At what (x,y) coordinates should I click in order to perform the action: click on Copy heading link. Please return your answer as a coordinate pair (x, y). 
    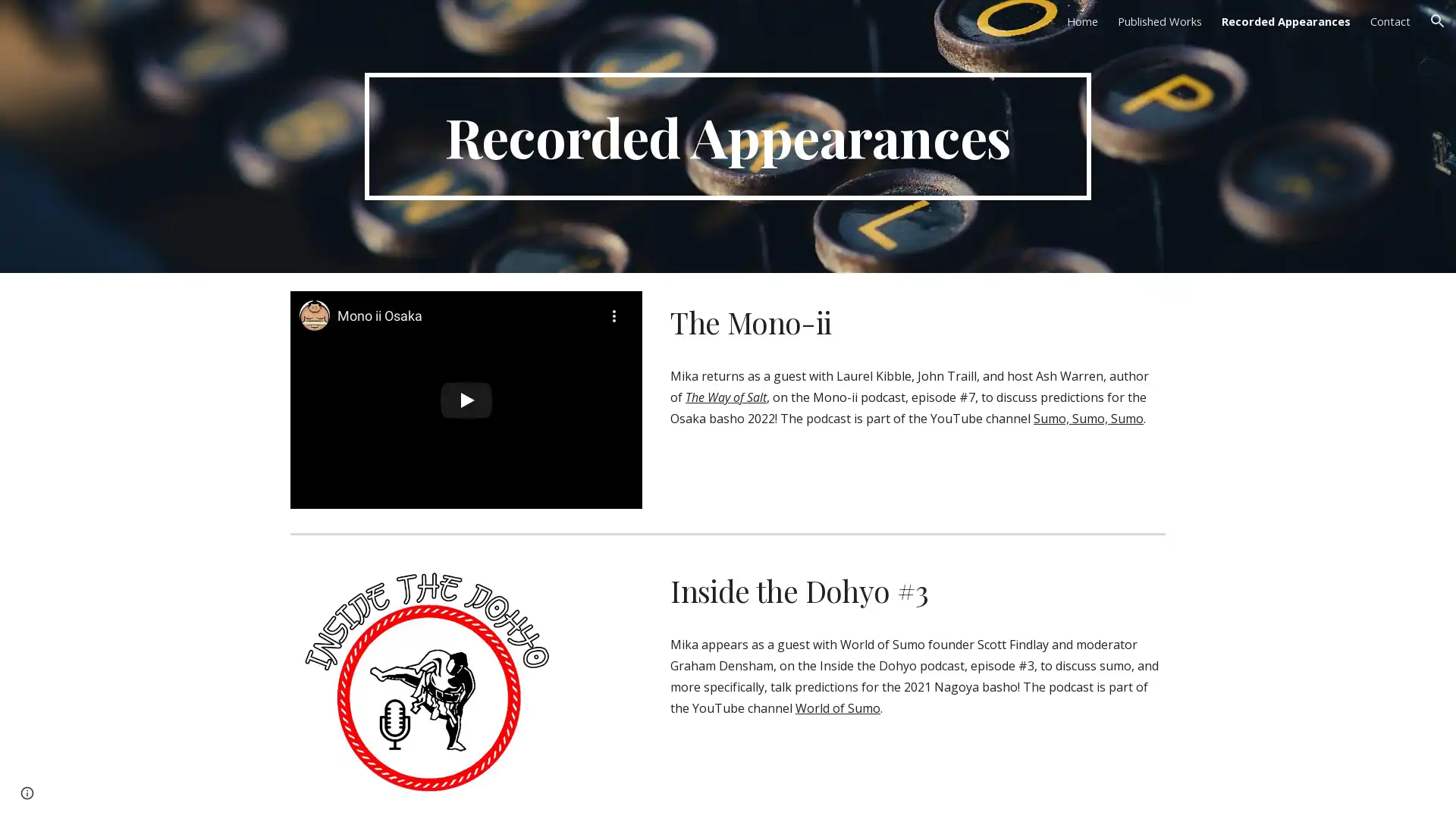
    Looking at the image, I should click on (945, 590).